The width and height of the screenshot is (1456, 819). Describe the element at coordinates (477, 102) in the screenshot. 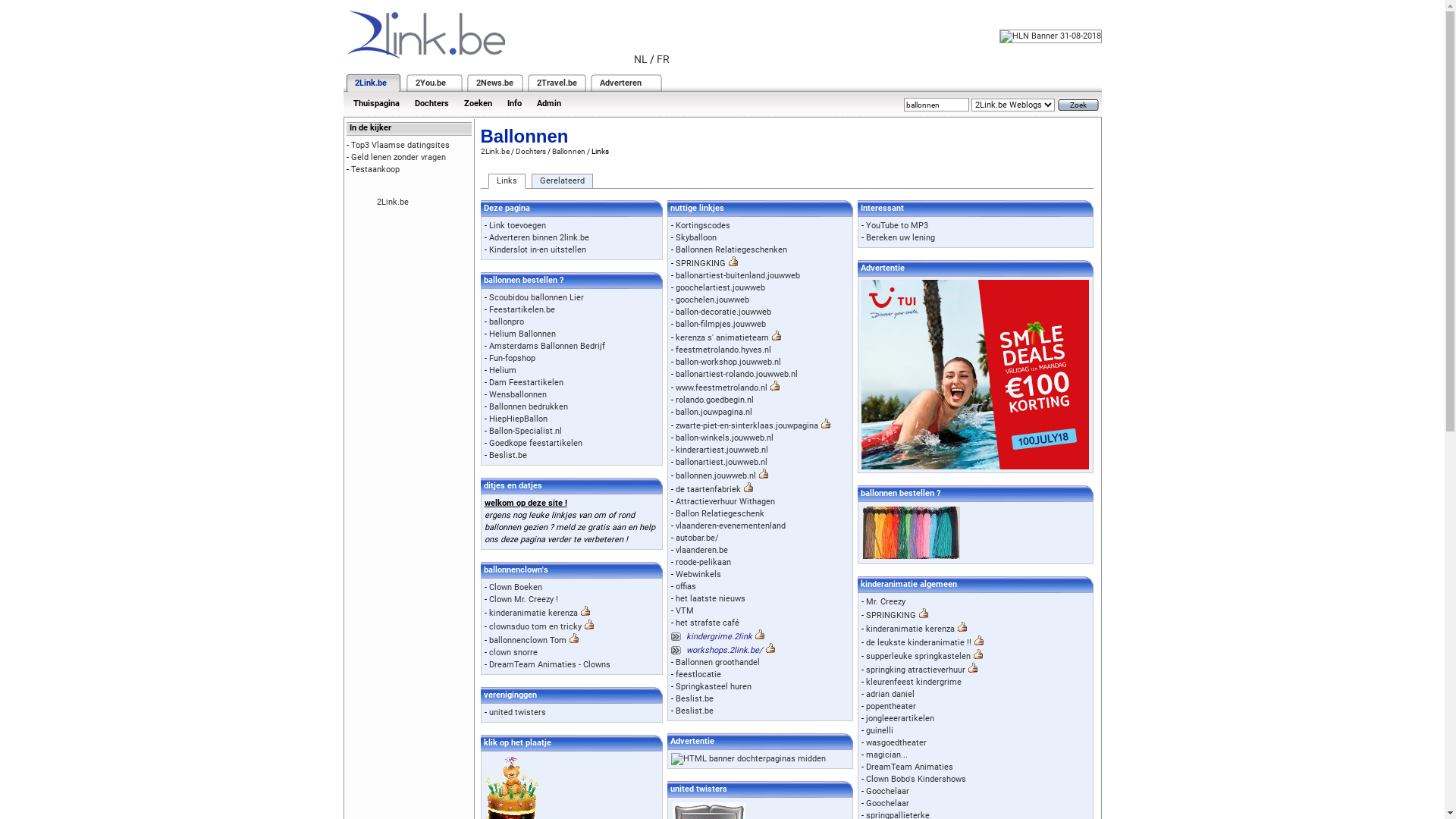

I see `'Zoeken'` at that location.